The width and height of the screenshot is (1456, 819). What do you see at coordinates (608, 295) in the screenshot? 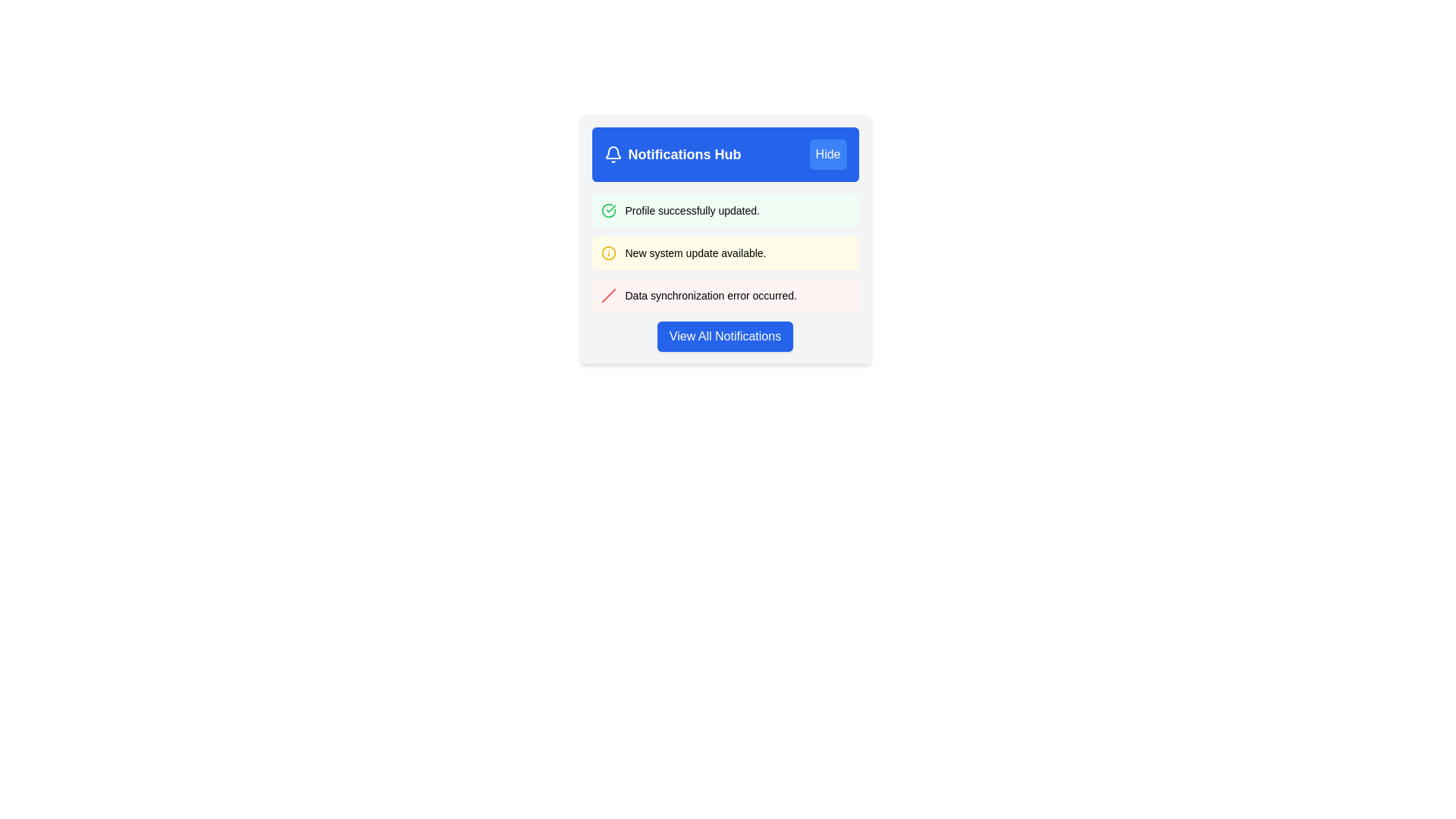
I see `the error icon indicating a 'Data synchronization error occurred' within the notification at the top-right corner` at bounding box center [608, 295].